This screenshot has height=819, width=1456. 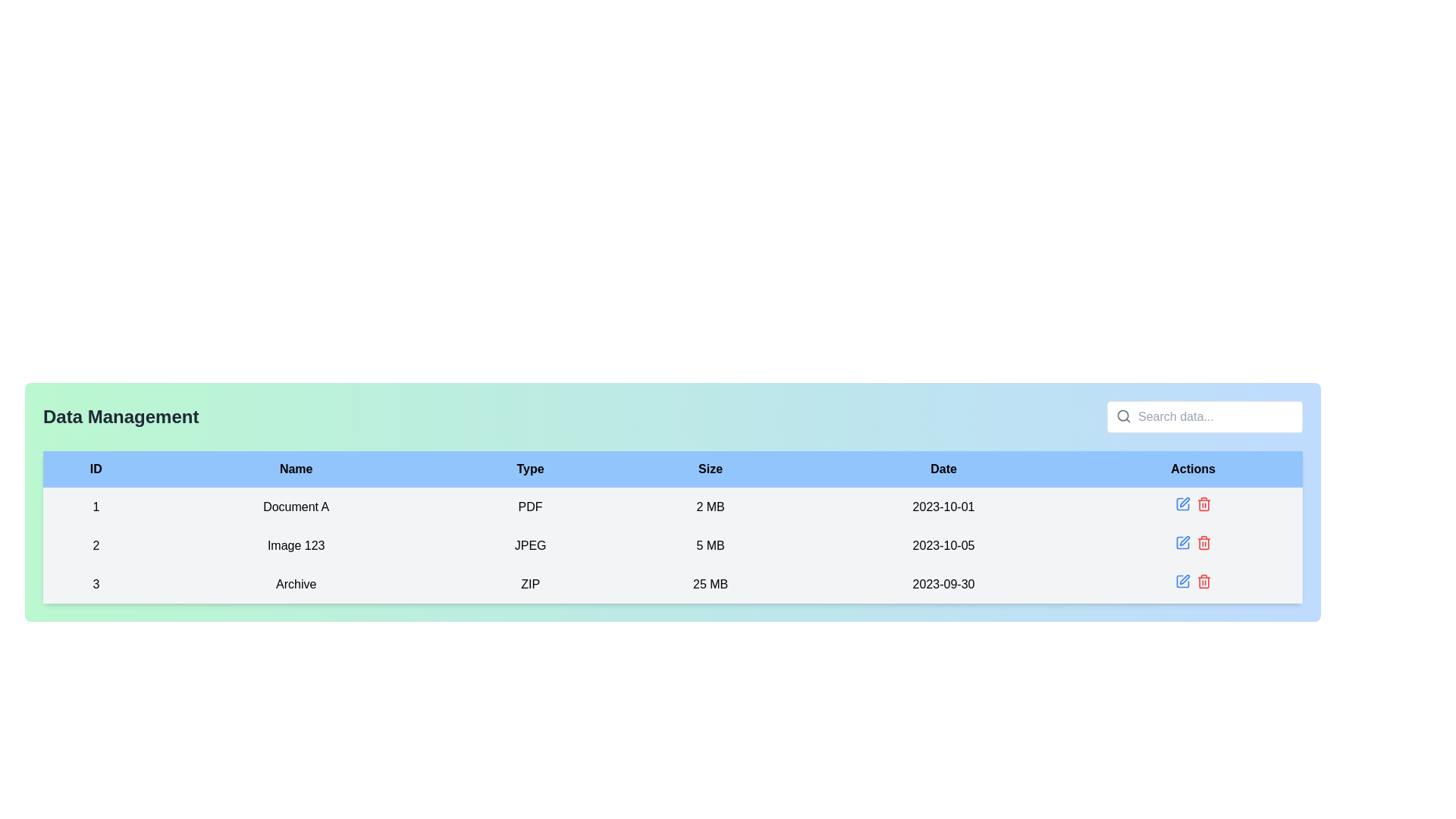 What do you see at coordinates (943, 468) in the screenshot?
I see `the 'Date' text label, which is the fifth column header in the table, displayed in black text on a blue background, located between the 'Size' and 'Actions' headers` at bounding box center [943, 468].